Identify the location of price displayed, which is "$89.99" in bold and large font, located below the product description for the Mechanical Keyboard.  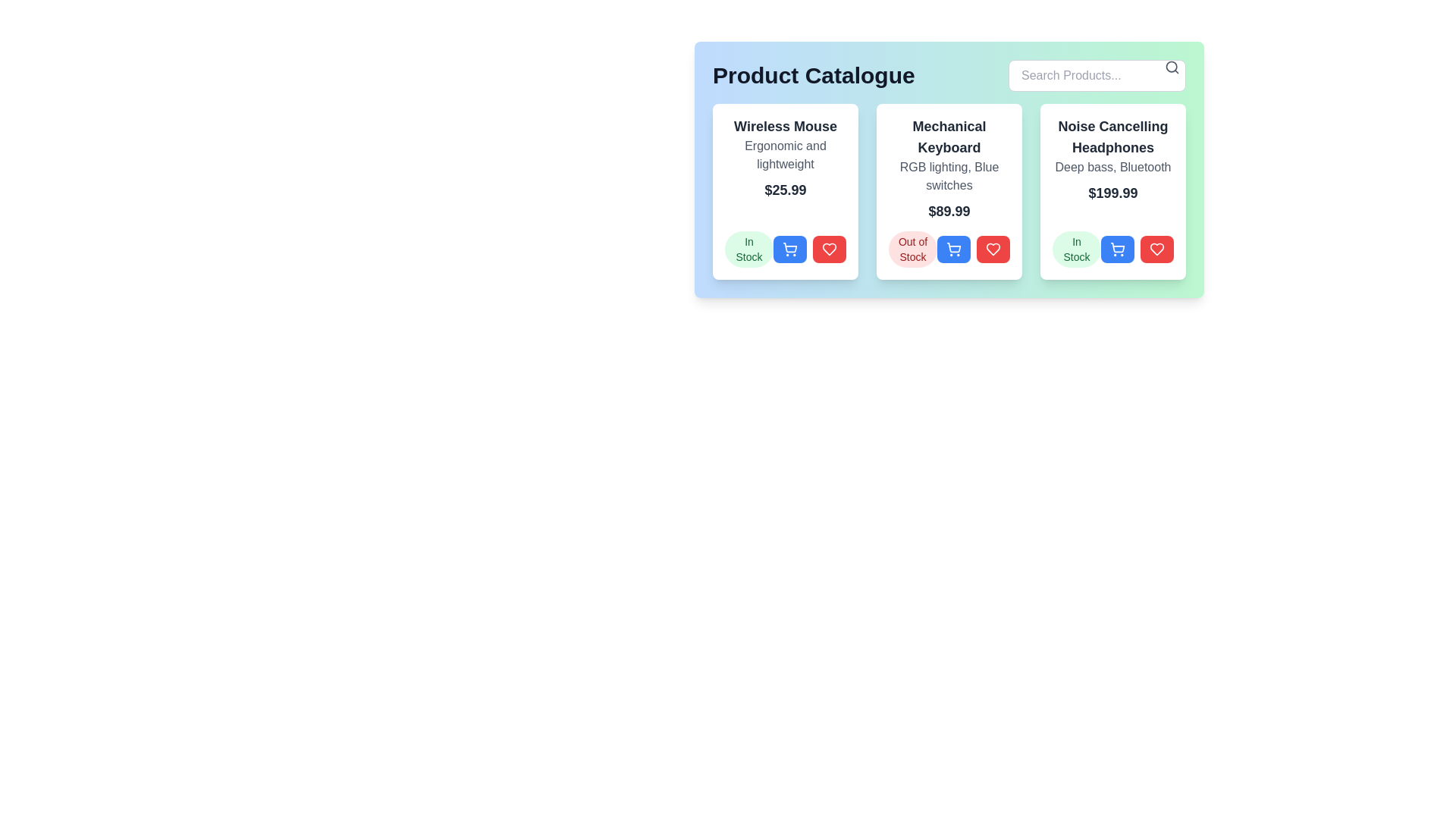
(949, 211).